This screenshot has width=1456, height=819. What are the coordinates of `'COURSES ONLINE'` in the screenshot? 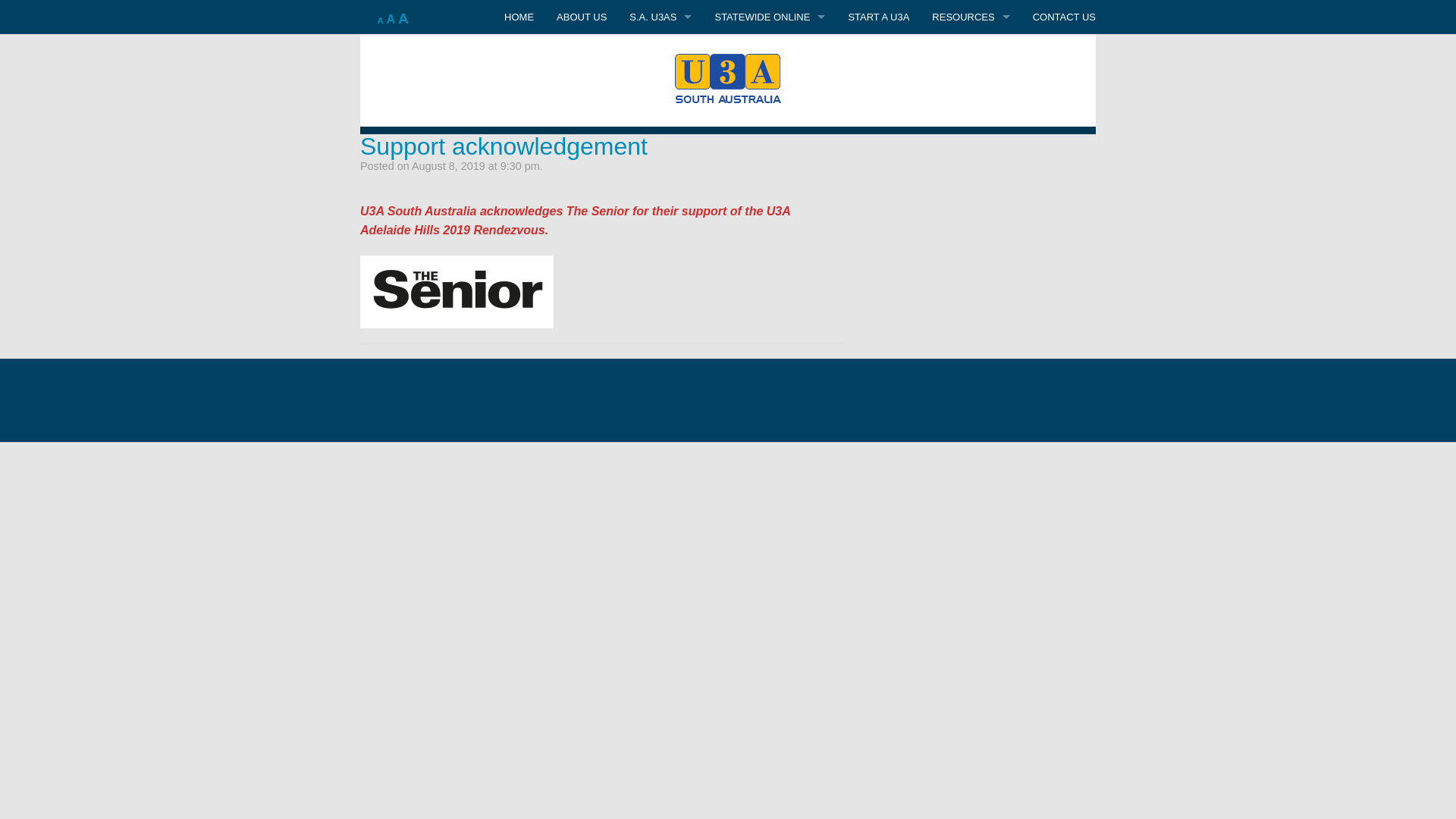 It's located at (769, 50).